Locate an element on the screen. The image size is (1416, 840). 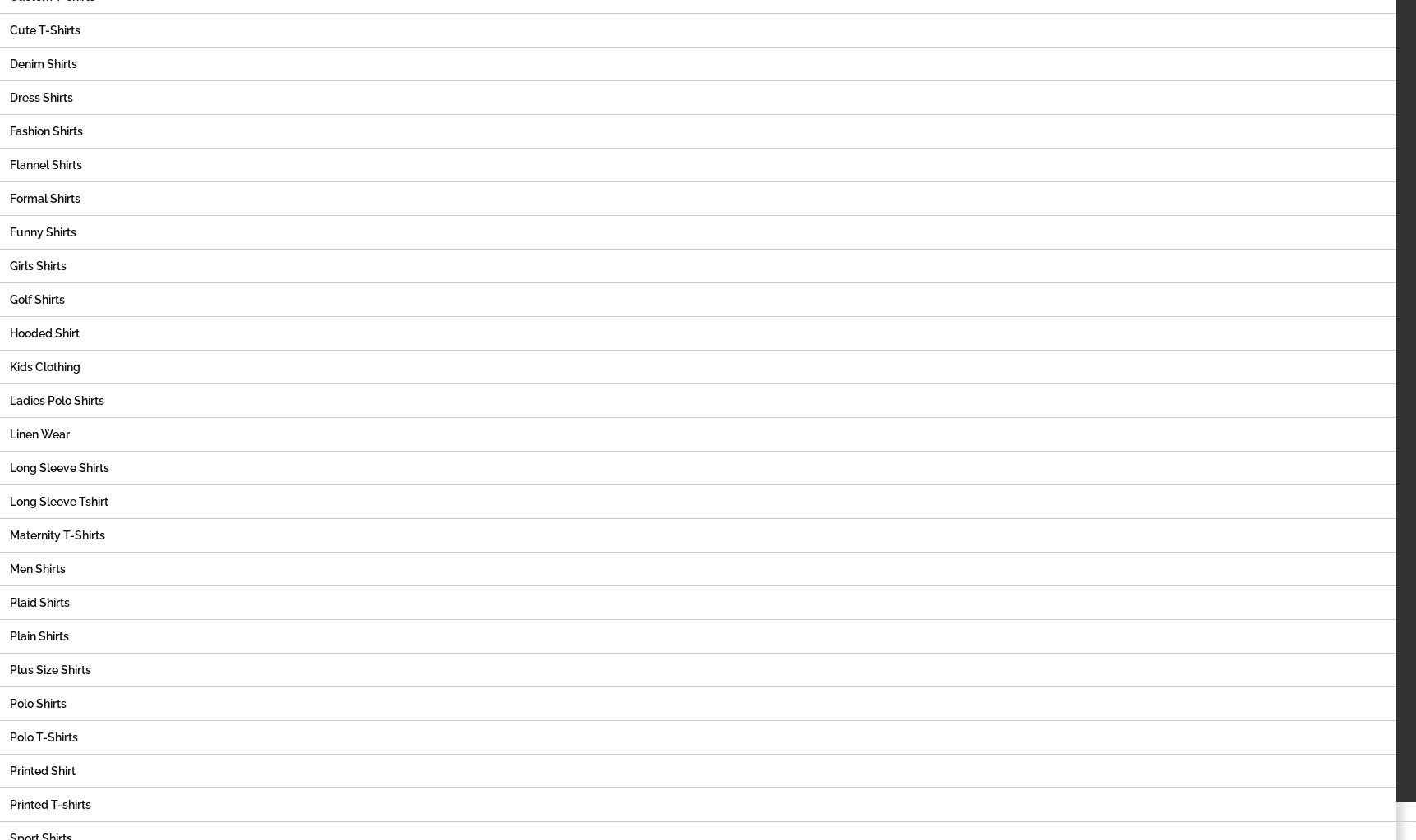
'Funny Shirts' is located at coordinates (43, 231).